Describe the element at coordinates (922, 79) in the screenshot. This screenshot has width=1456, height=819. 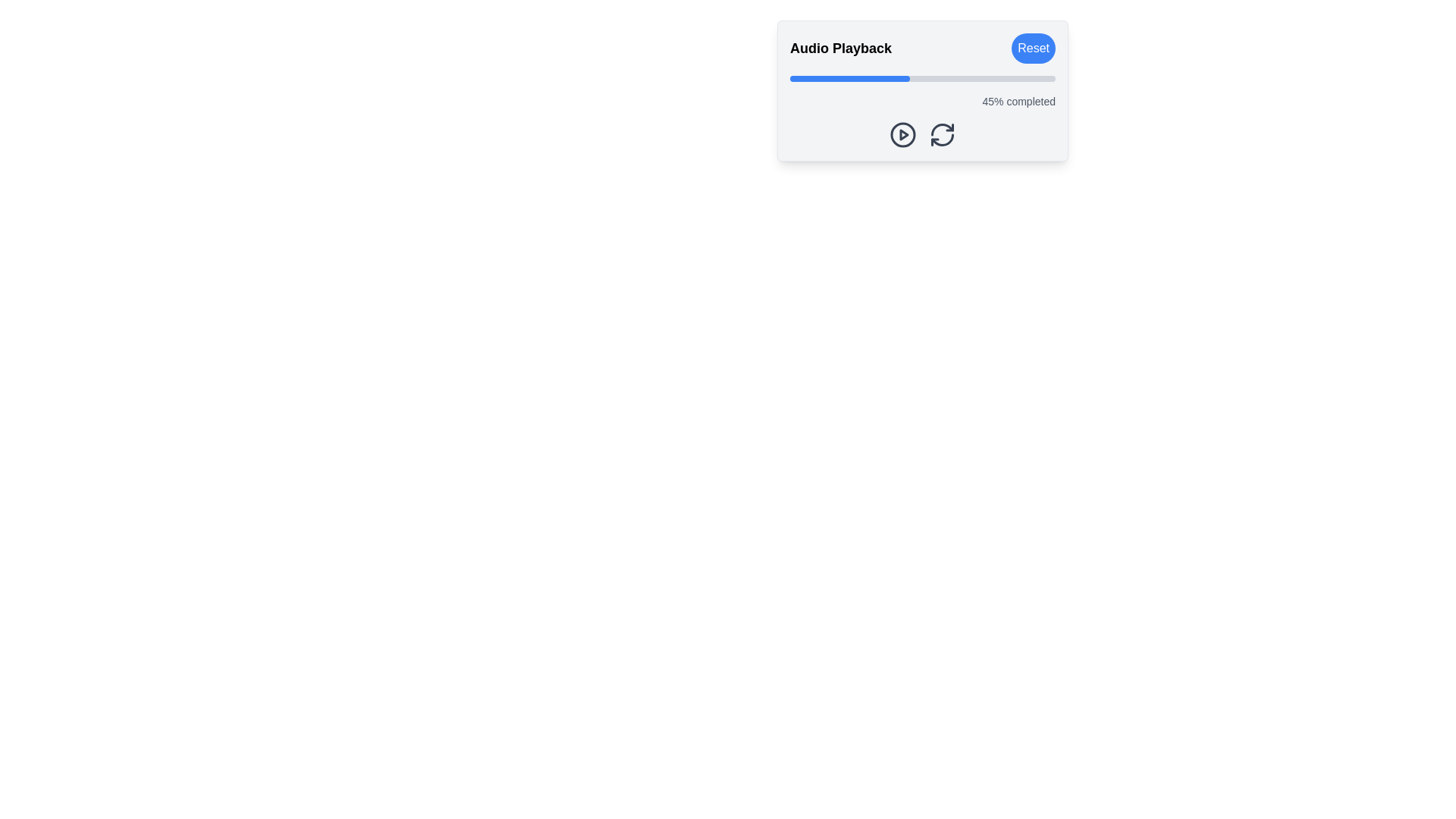
I see `the progress bar located beneath the title 'Audio Playback' and above the text '45% completed'` at that location.